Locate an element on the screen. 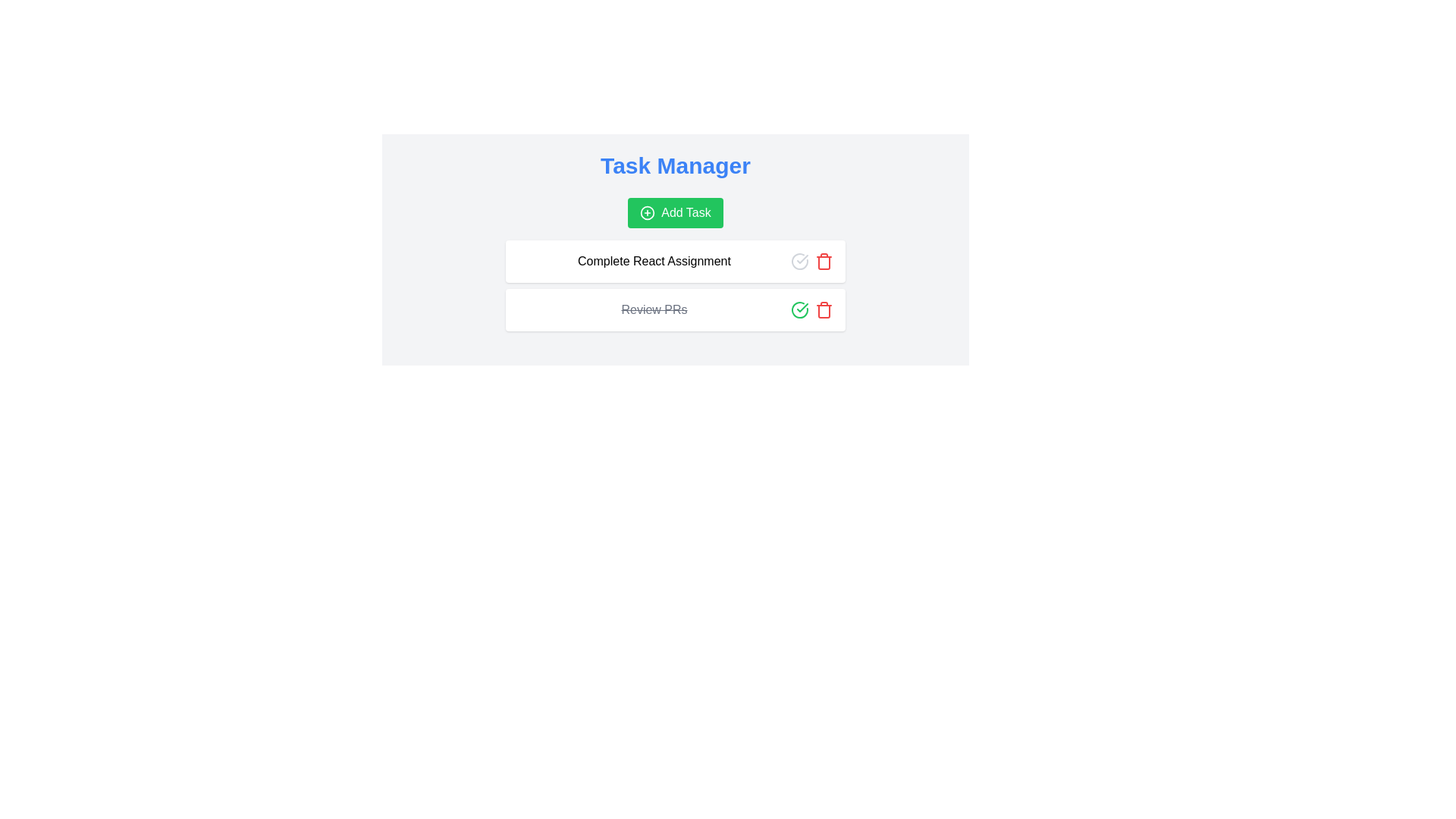  the action icon representing task completion is located at coordinates (799, 260).